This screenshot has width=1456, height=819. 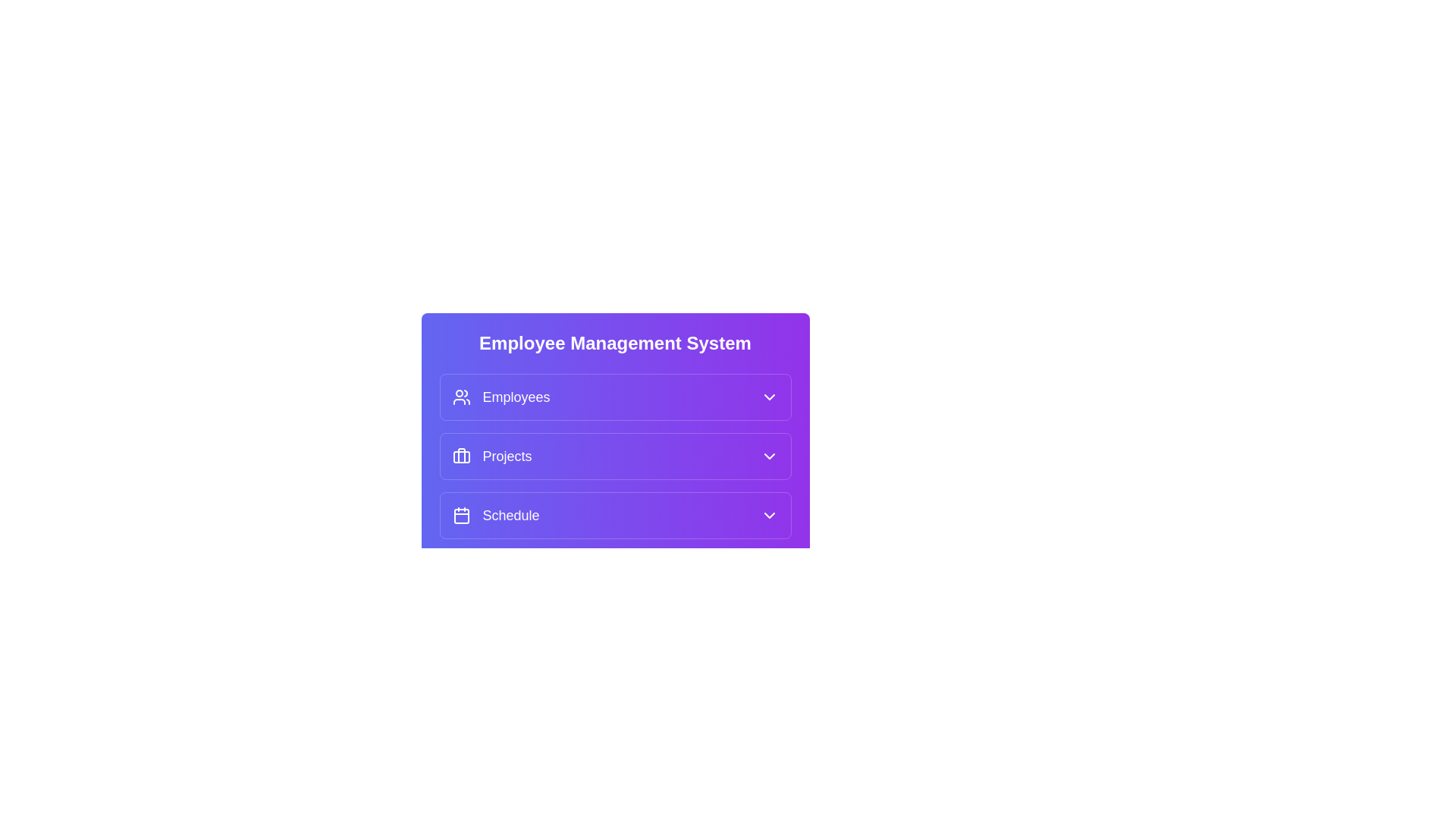 I want to click on the user group icon located on the leftmost side of the 'Employees' row, which is represented by two overlapping circular shapes with a bold outline on a purple background, so click(x=460, y=397).